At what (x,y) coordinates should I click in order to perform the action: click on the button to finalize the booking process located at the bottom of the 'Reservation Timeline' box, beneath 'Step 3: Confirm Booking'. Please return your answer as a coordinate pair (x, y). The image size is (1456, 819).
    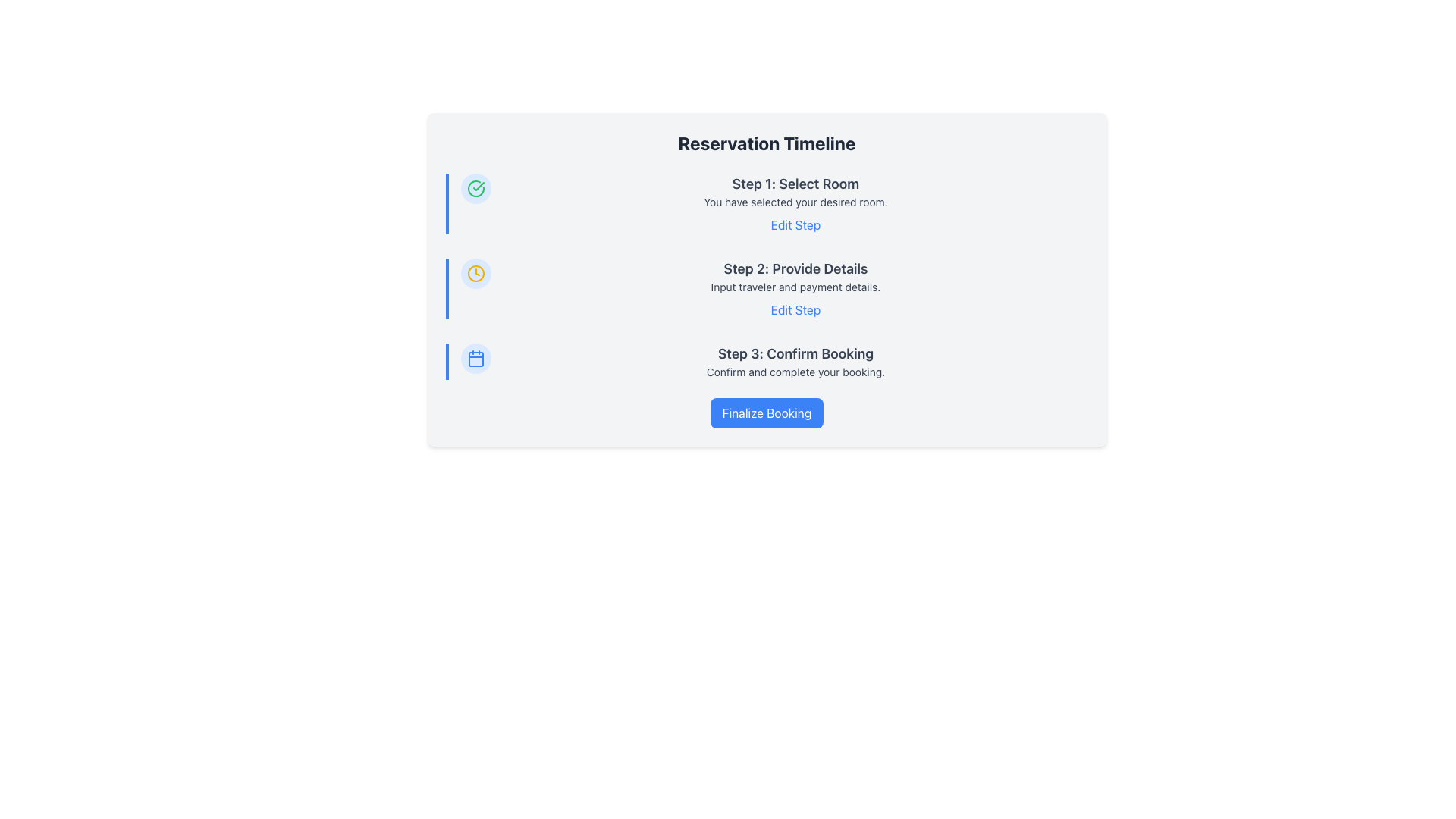
    Looking at the image, I should click on (767, 413).